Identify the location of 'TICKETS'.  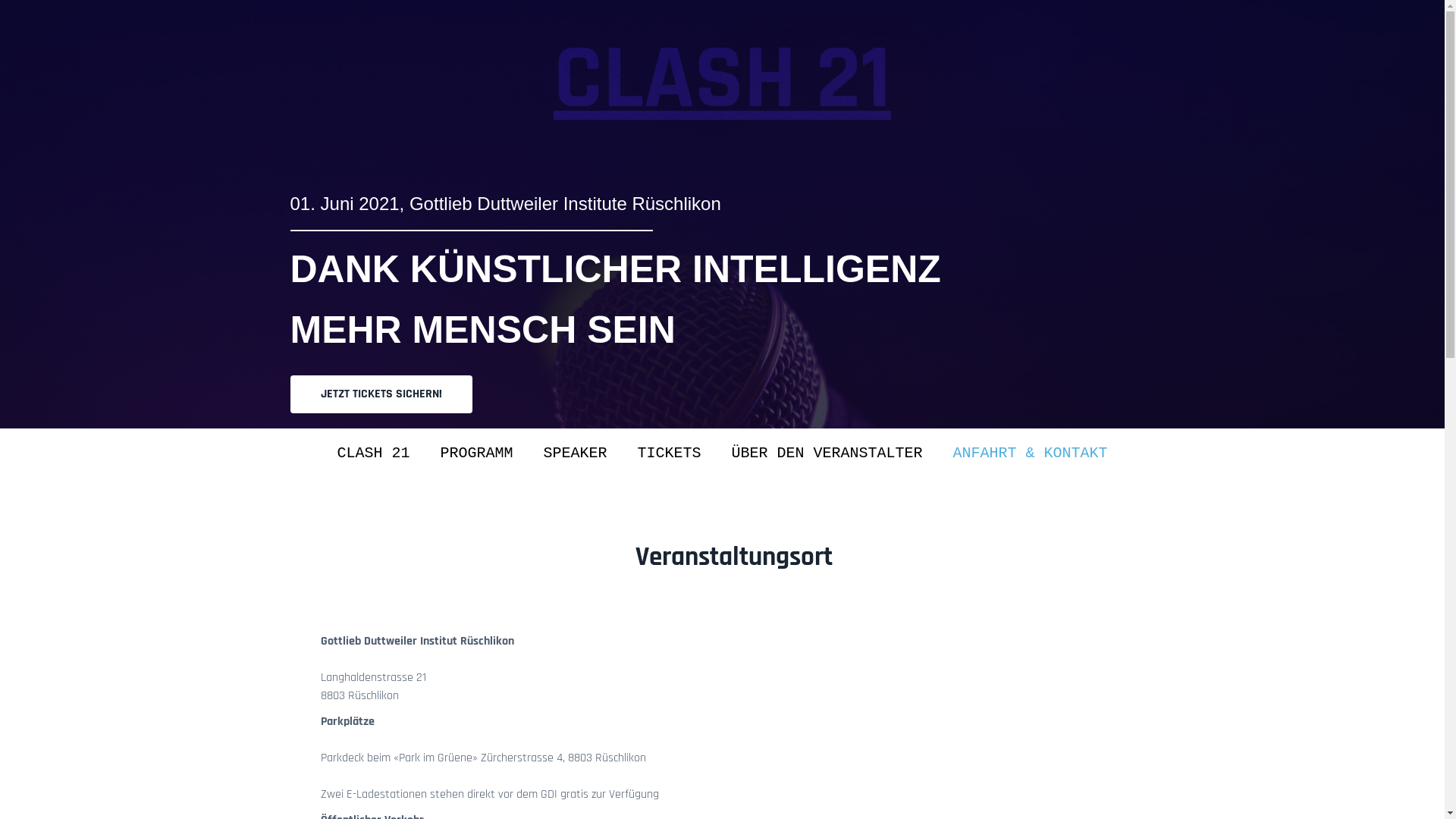
(668, 452).